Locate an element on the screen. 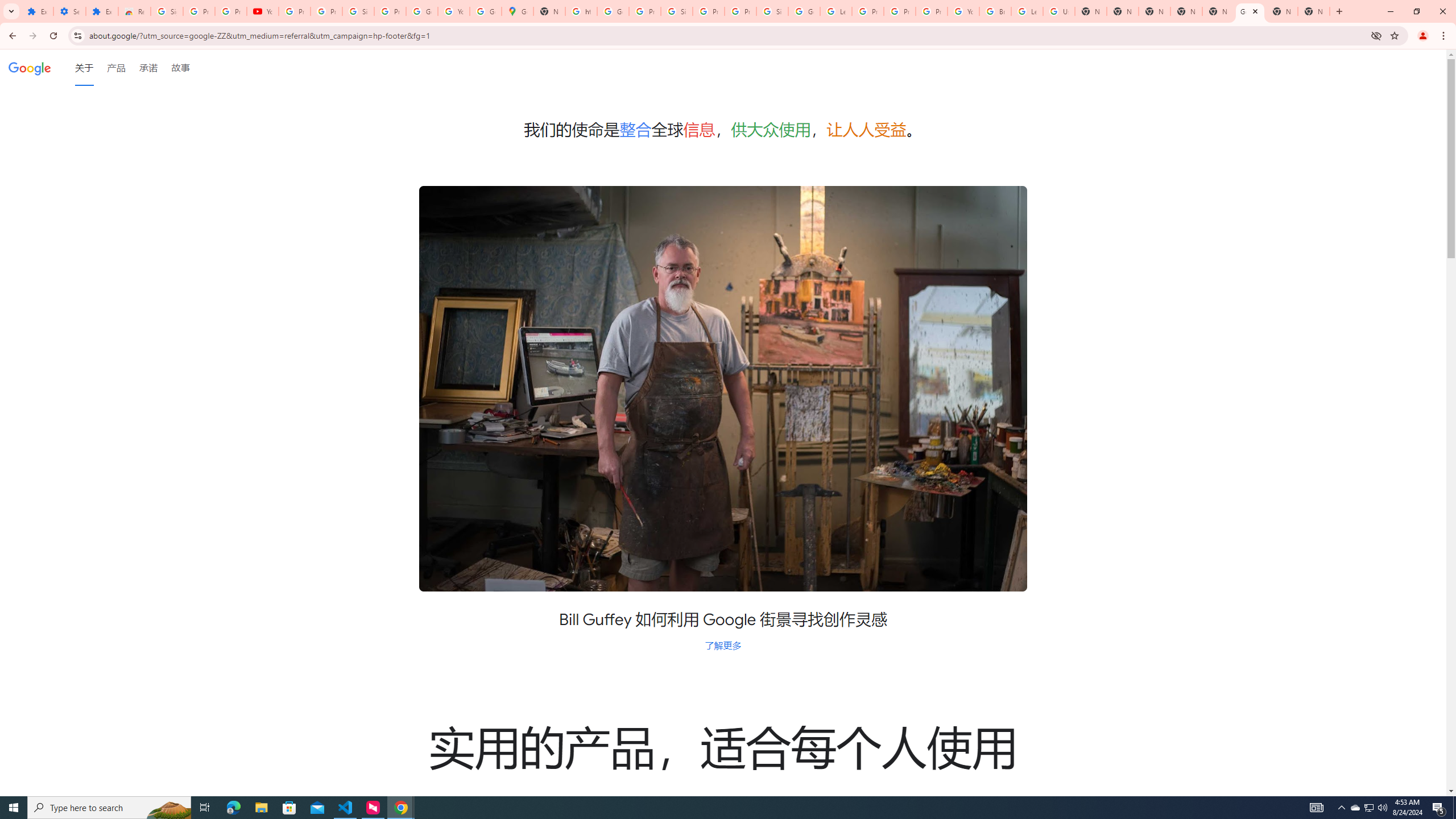 This screenshot has width=1456, height=819. 'YouTube' is located at coordinates (262, 11).